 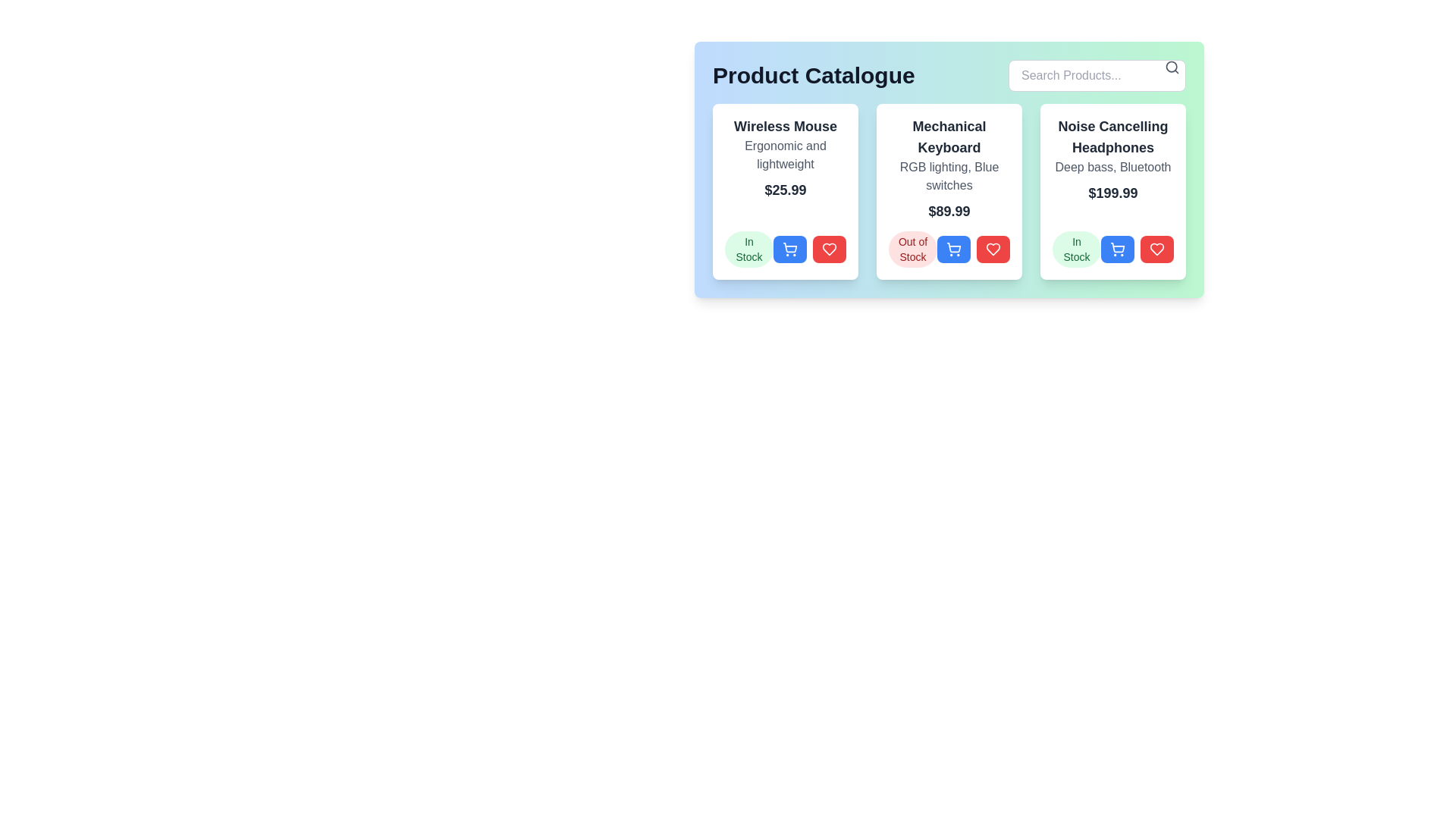 I want to click on the 'Wireless Mouse' text label located at the top of the first product card in the product catalog section, which is formatted in bold dark gray and positioned above the description and price, so click(x=786, y=125).